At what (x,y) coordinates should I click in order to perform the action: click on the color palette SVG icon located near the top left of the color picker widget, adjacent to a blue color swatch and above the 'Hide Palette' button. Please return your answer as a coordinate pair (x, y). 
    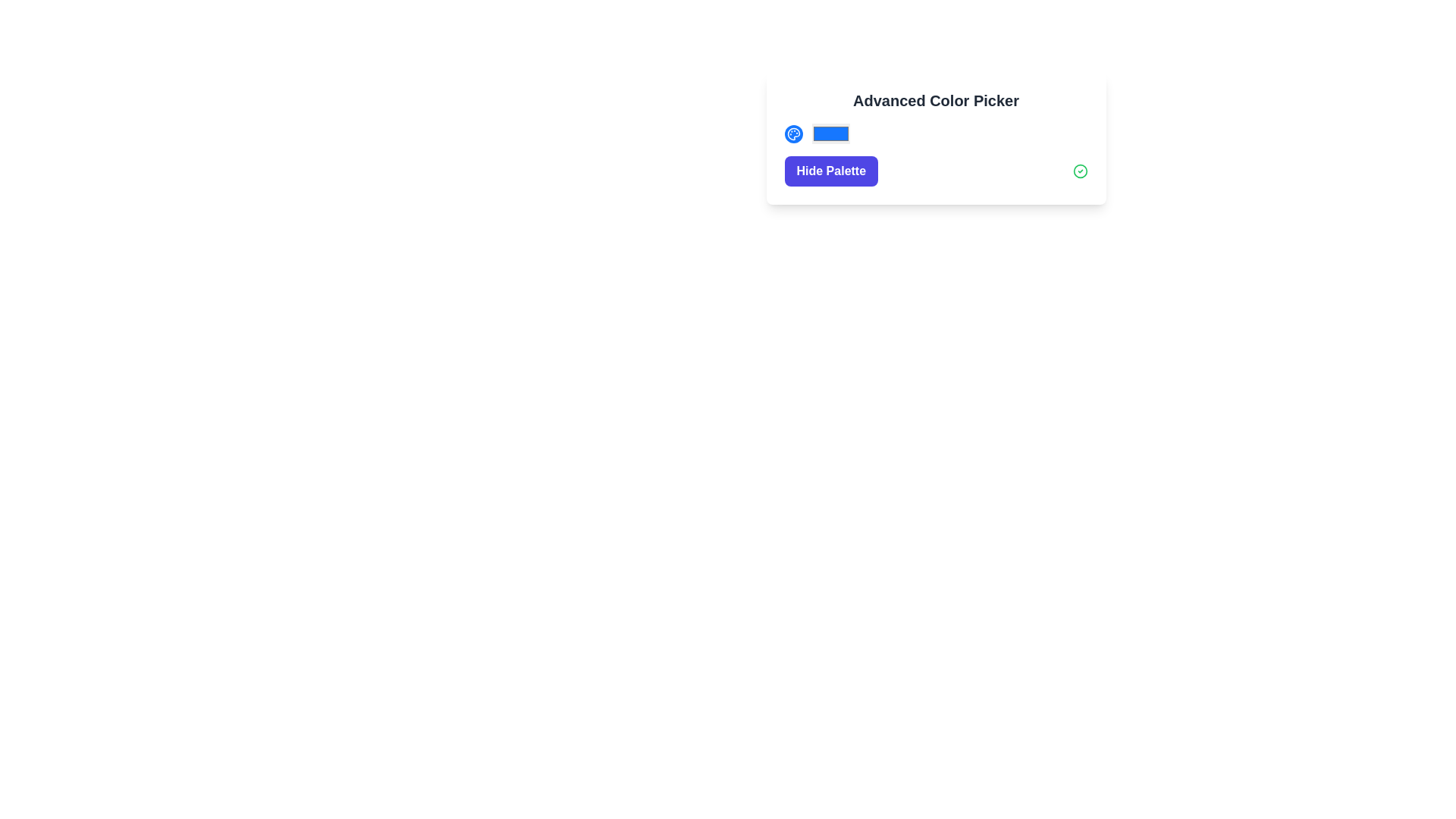
    Looking at the image, I should click on (792, 133).